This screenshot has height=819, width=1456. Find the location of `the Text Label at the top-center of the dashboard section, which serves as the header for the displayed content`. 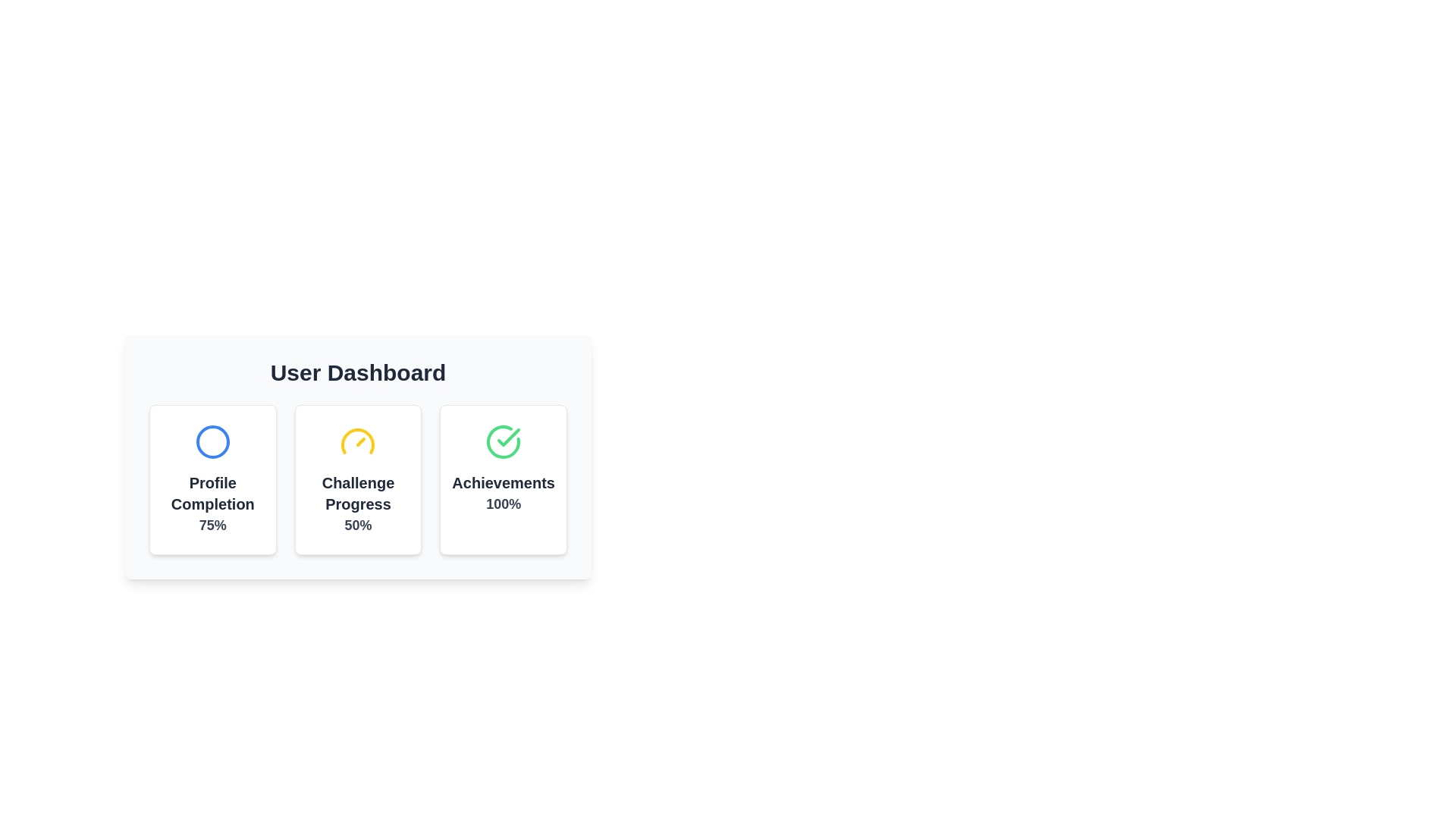

the Text Label at the top-center of the dashboard section, which serves as the header for the displayed content is located at coordinates (357, 373).